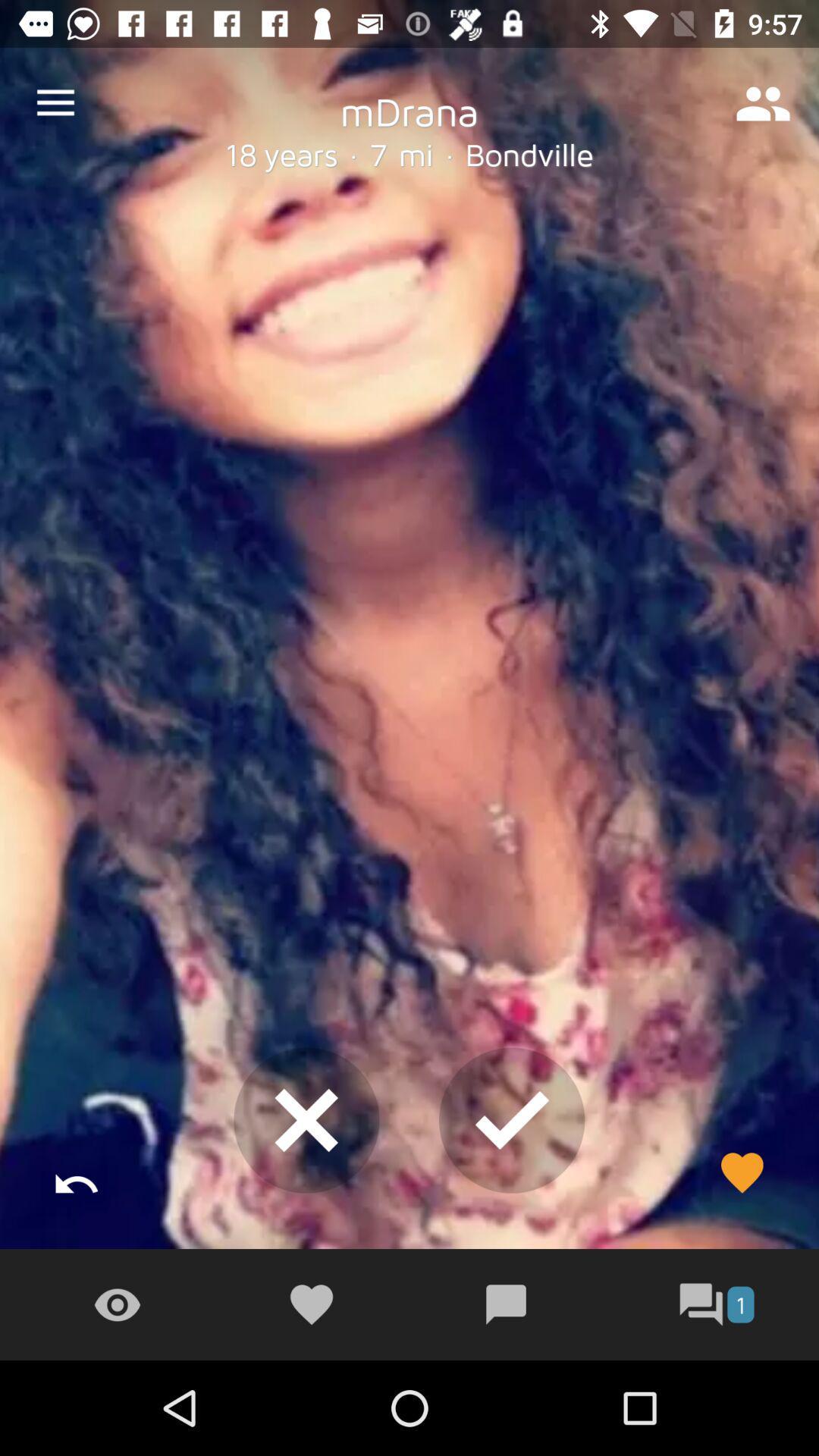 This screenshot has height=1456, width=819. I want to click on the undo icon, so click(77, 1172).